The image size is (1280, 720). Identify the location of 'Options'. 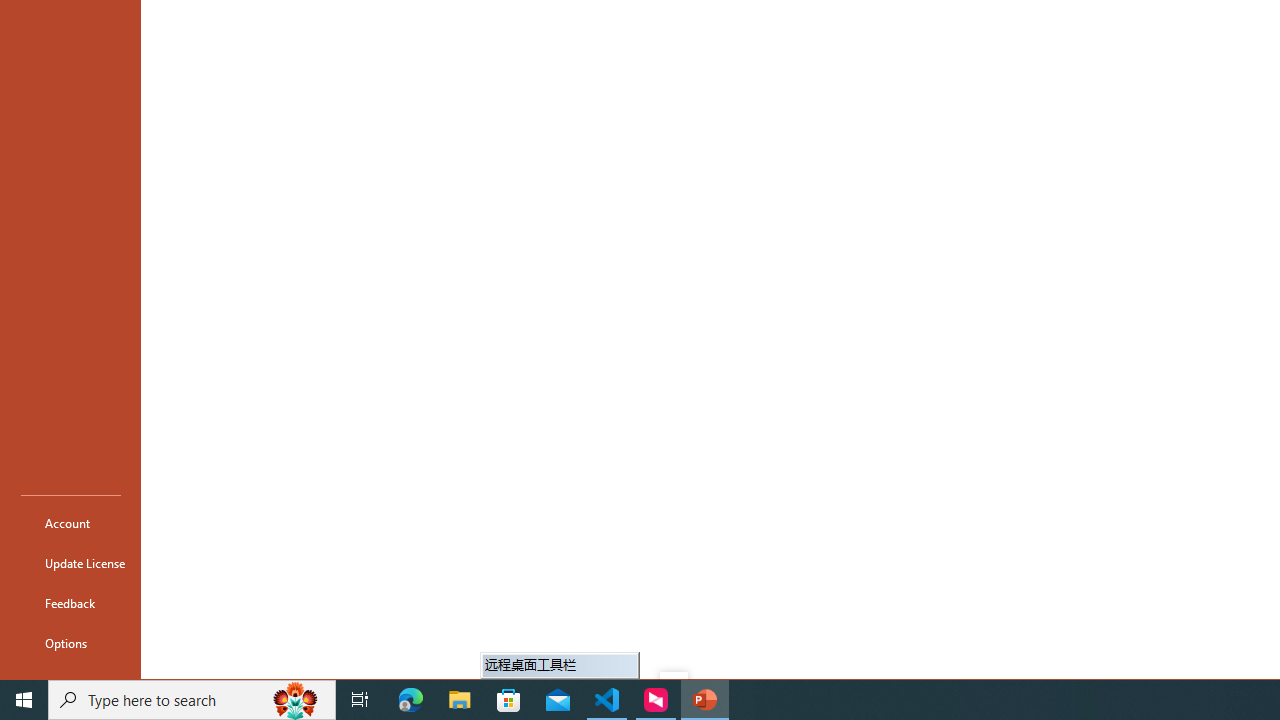
(71, 642).